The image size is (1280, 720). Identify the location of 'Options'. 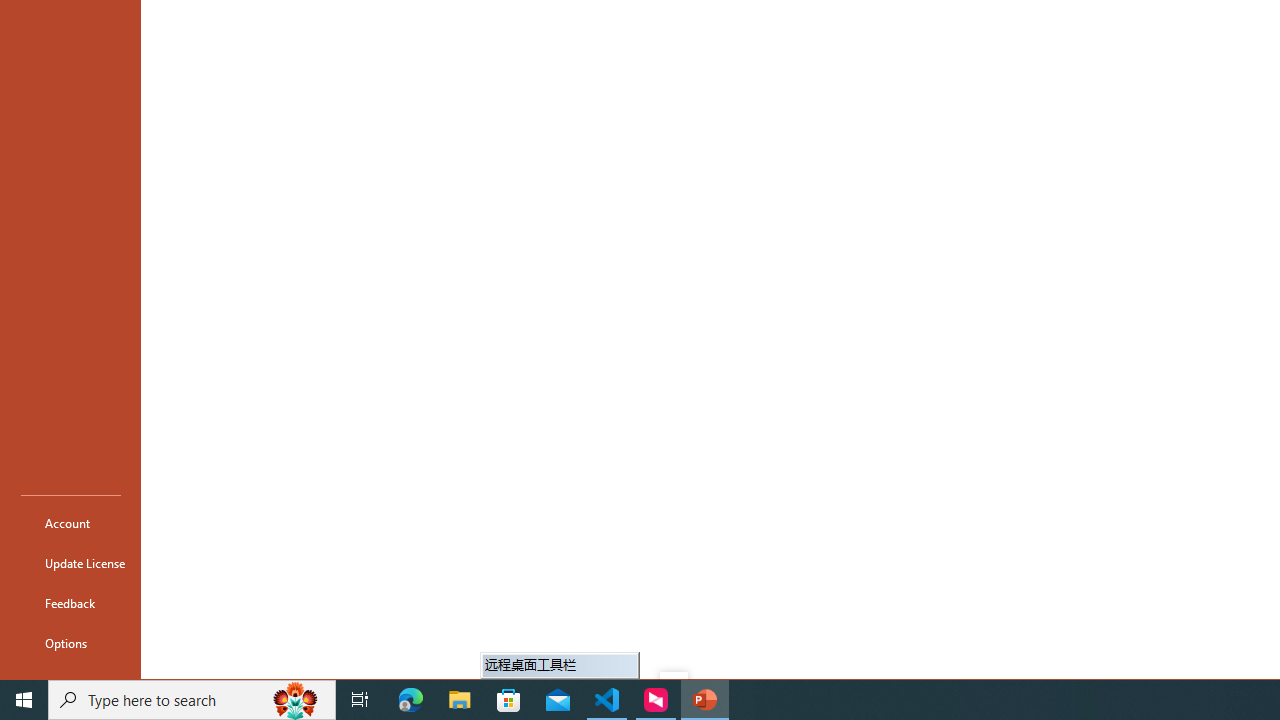
(71, 642).